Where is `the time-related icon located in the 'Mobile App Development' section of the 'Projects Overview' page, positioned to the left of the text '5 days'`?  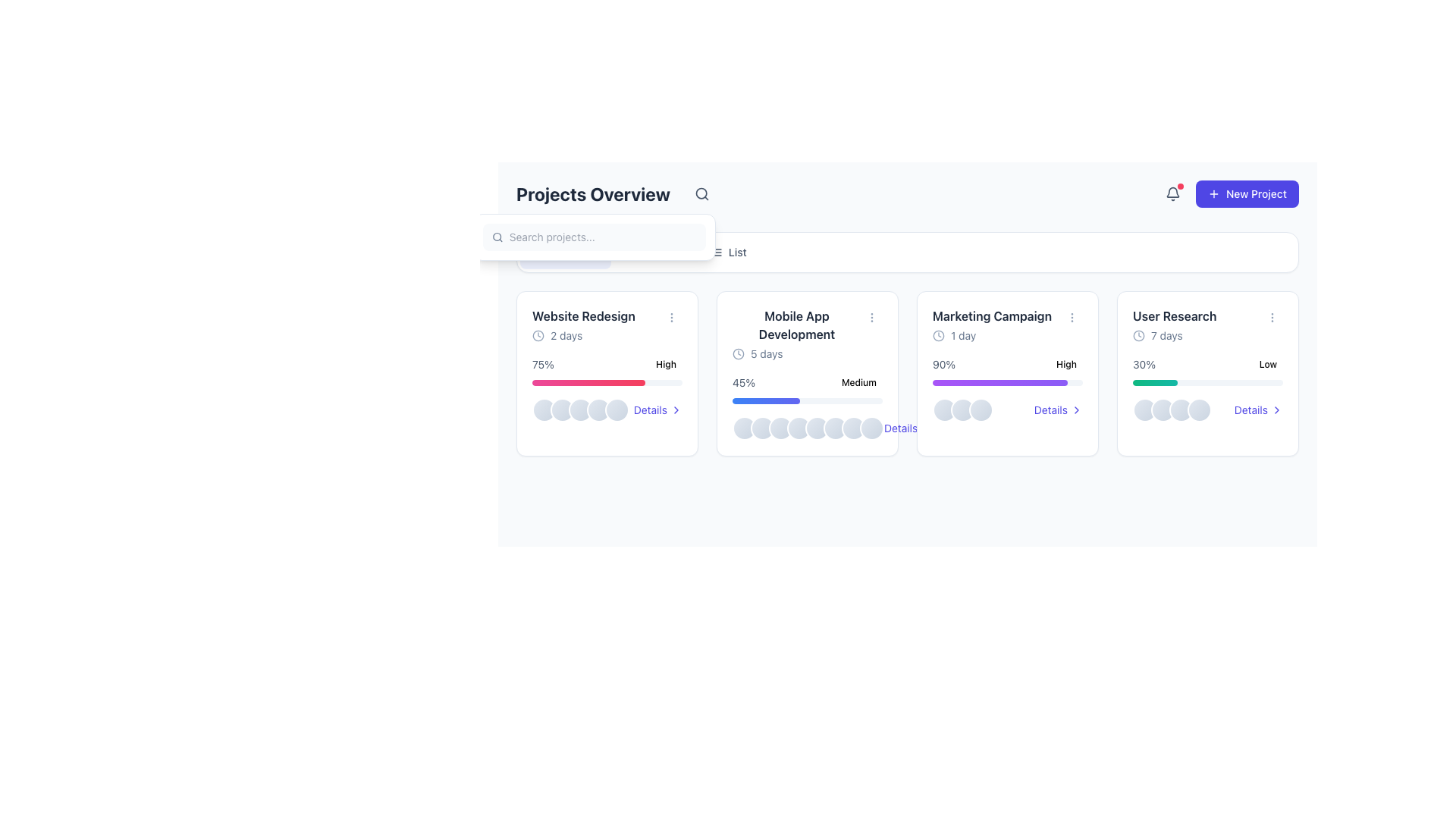 the time-related icon located in the 'Mobile App Development' section of the 'Projects Overview' page, positioned to the left of the text '5 days' is located at coordinates (739, 353).